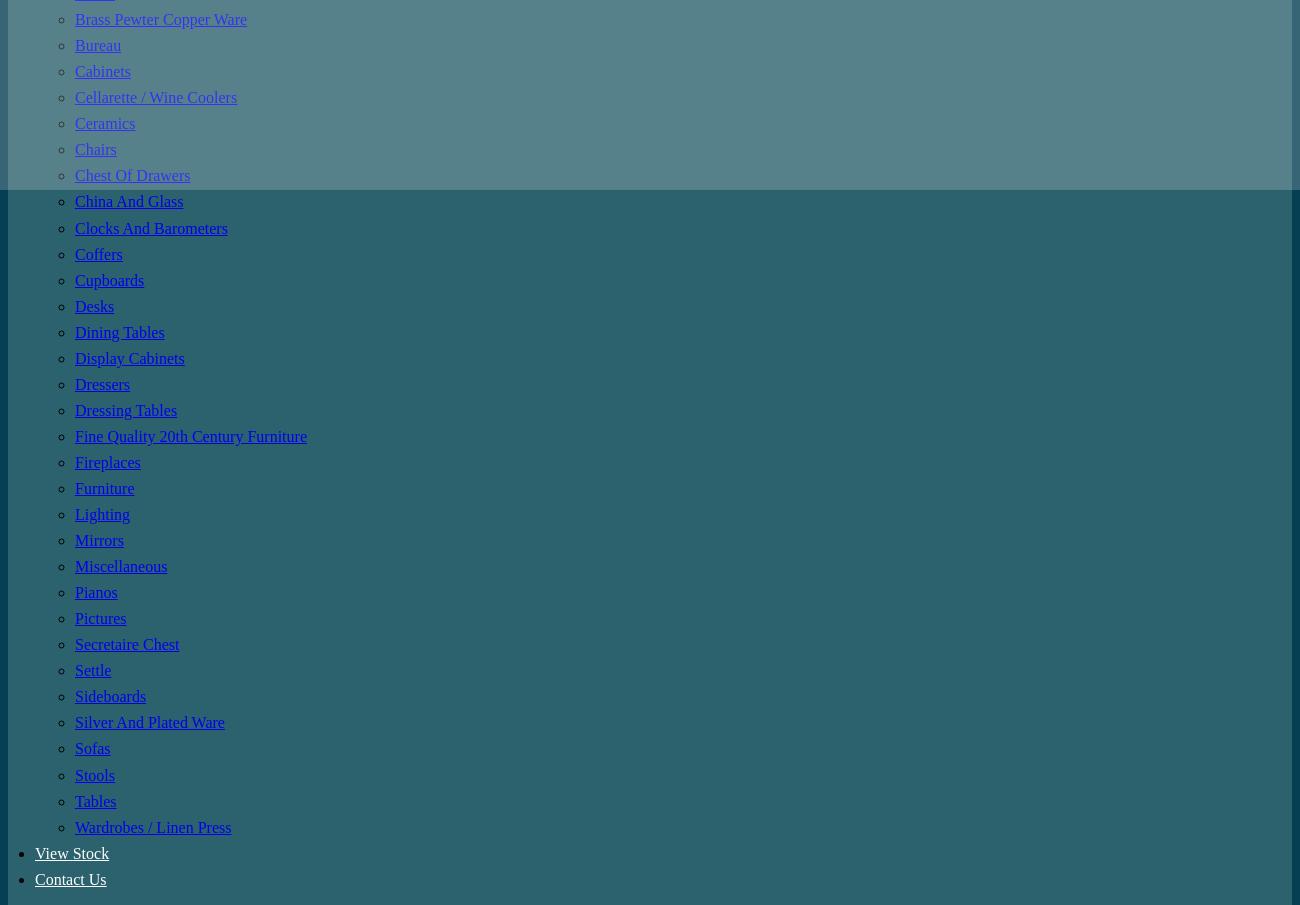 This screenshot has height=905, width=1300. I want to click on 'Coffers', so click(98, 253).